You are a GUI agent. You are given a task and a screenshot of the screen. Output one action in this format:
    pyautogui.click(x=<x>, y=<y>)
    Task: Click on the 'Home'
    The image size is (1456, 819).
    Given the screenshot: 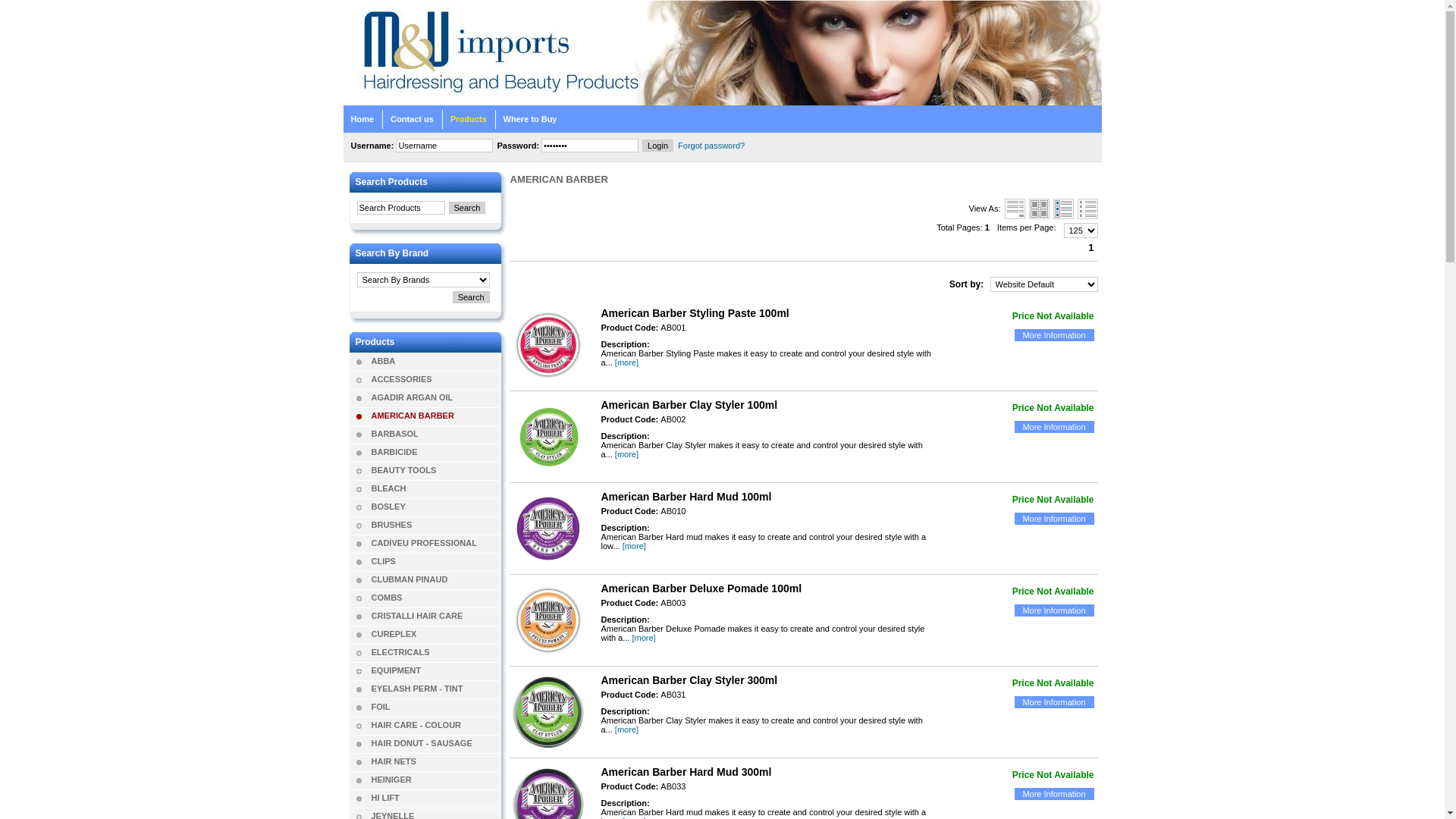 What is the action you would take?
    pyautogui.click(x=341, y=118)
    